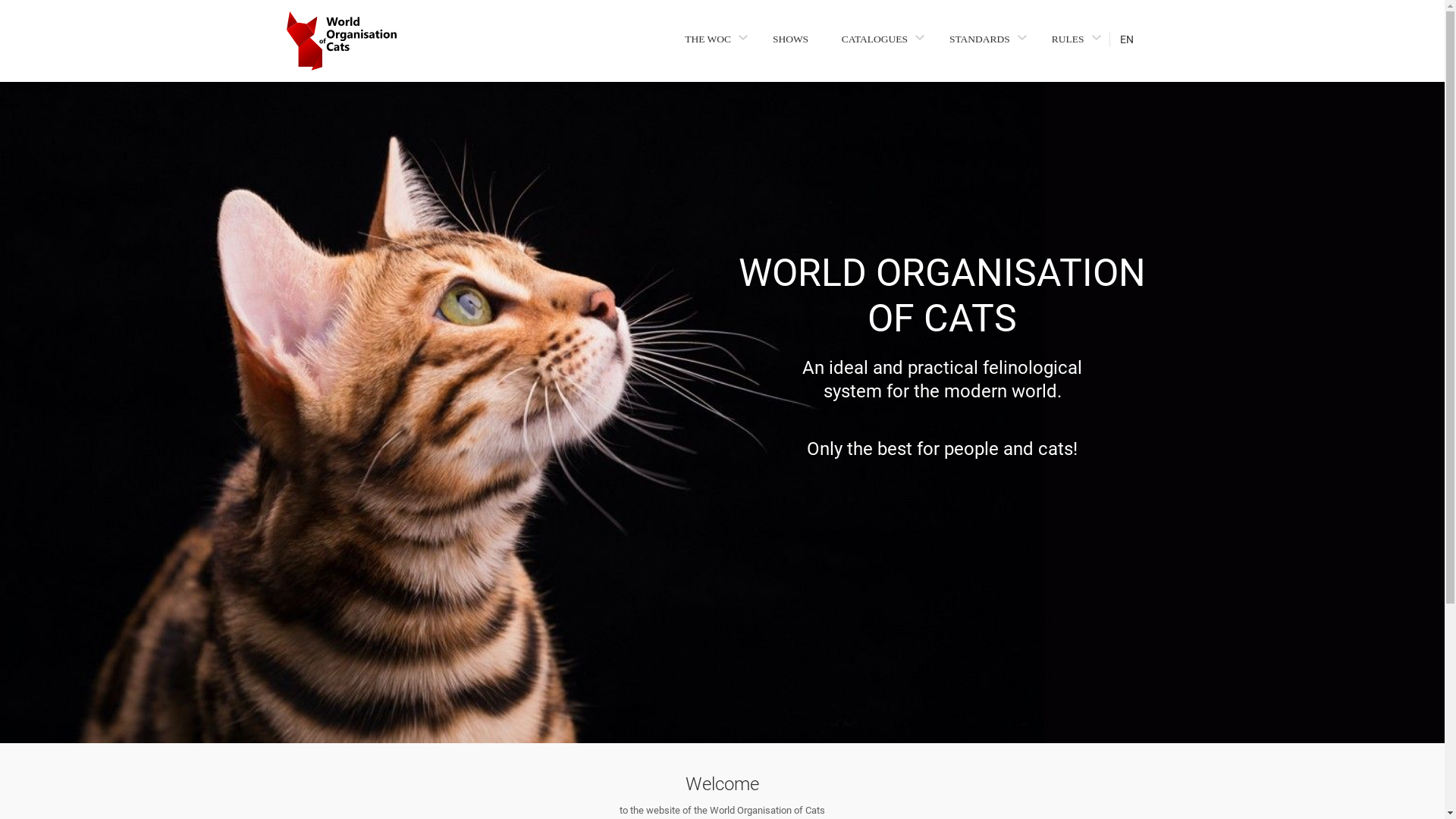 Image resolution: width=1456 pixels, height=819 pixels. I want to click on 'STANDARDS', so click(943, 38).